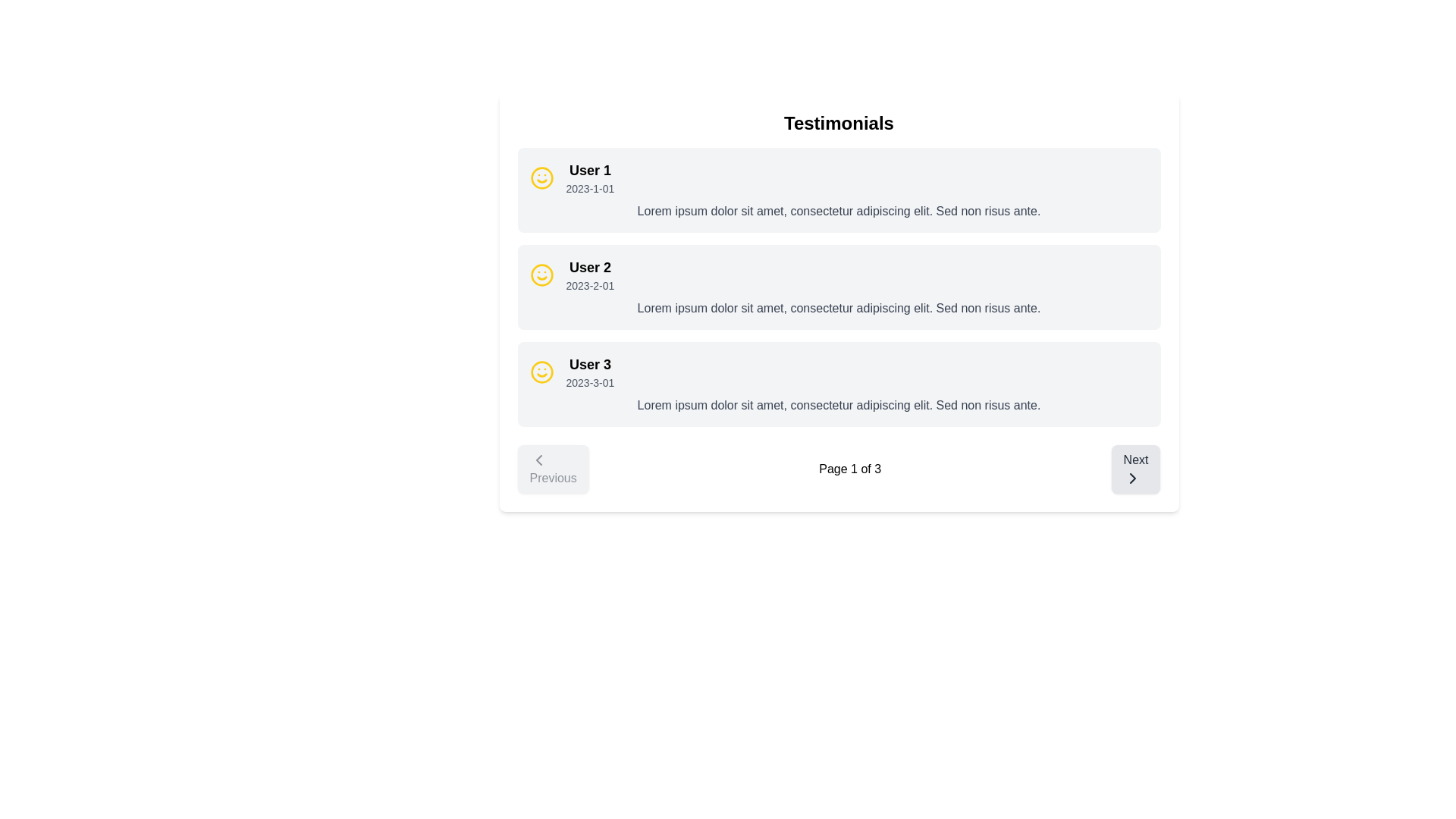 The height and width of the screenshot is (819, 1456). Describe the element at coordinates (1135, 468) in the screenshot. I see `the 'Next' button located at the bottom-right corner of the paginated interface to prepare for action` at that location.